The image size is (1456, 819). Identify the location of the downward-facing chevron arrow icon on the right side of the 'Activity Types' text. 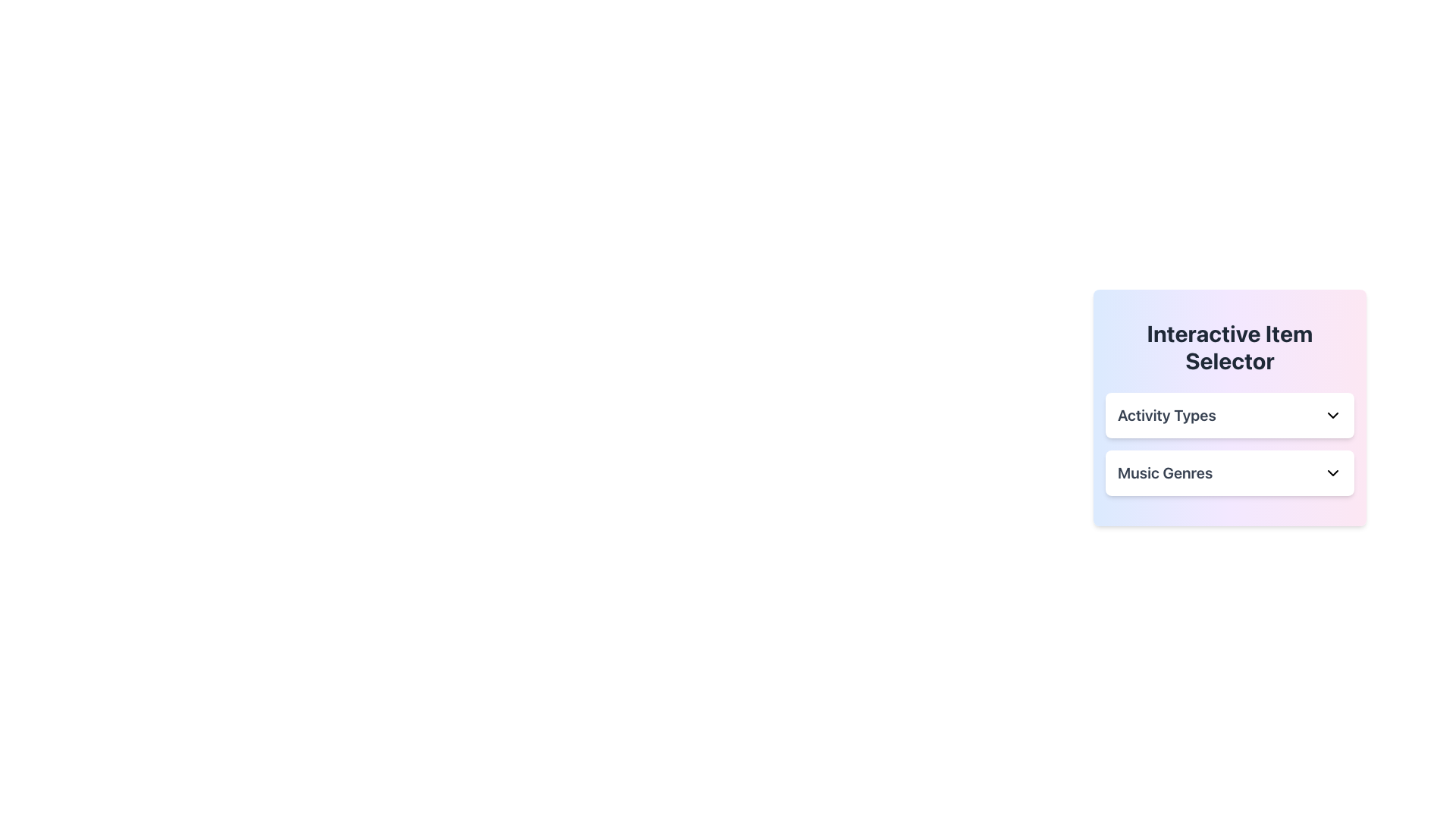
(1332, 415).